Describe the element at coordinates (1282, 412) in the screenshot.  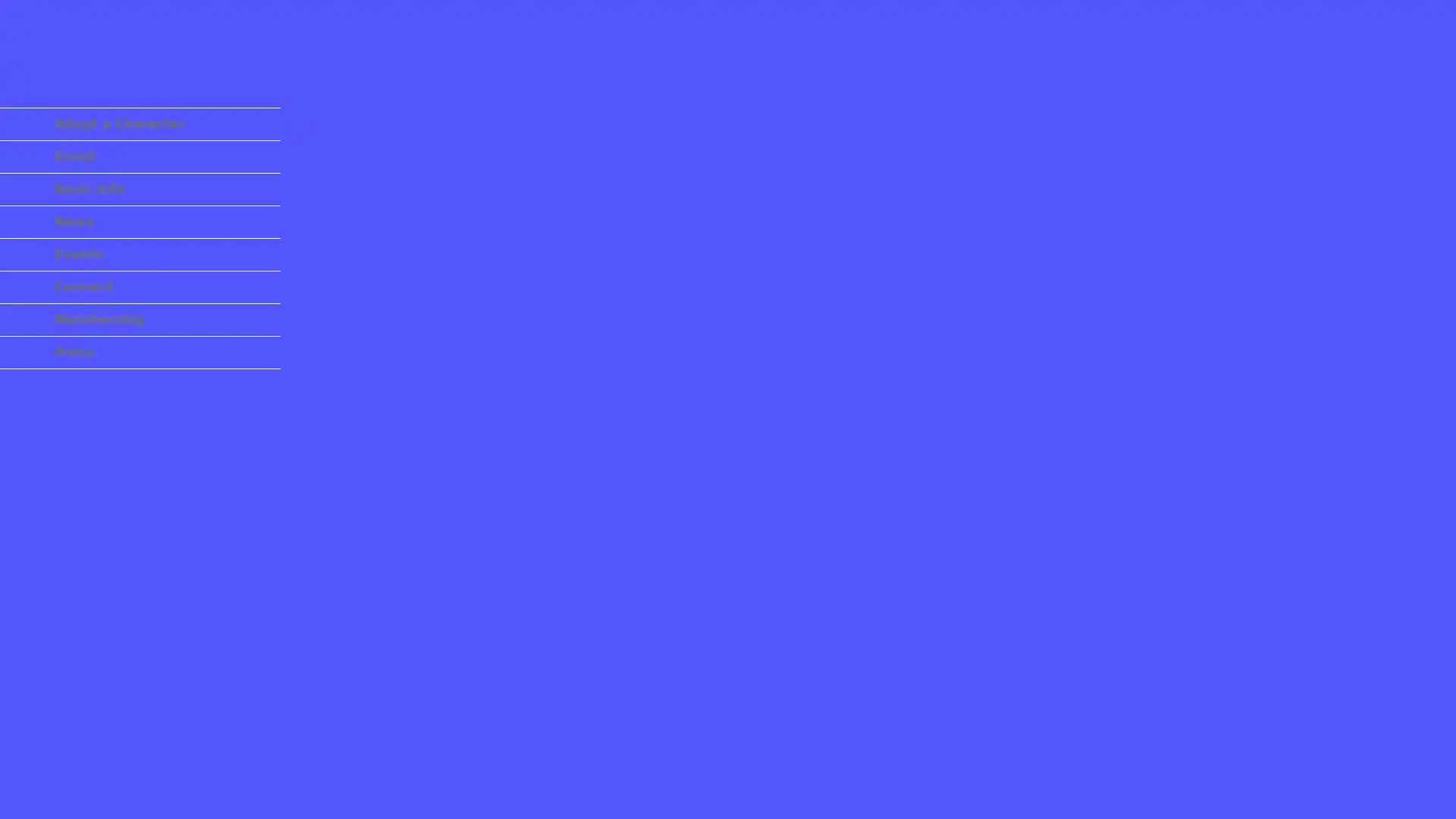
I see `U+201D` at that location.